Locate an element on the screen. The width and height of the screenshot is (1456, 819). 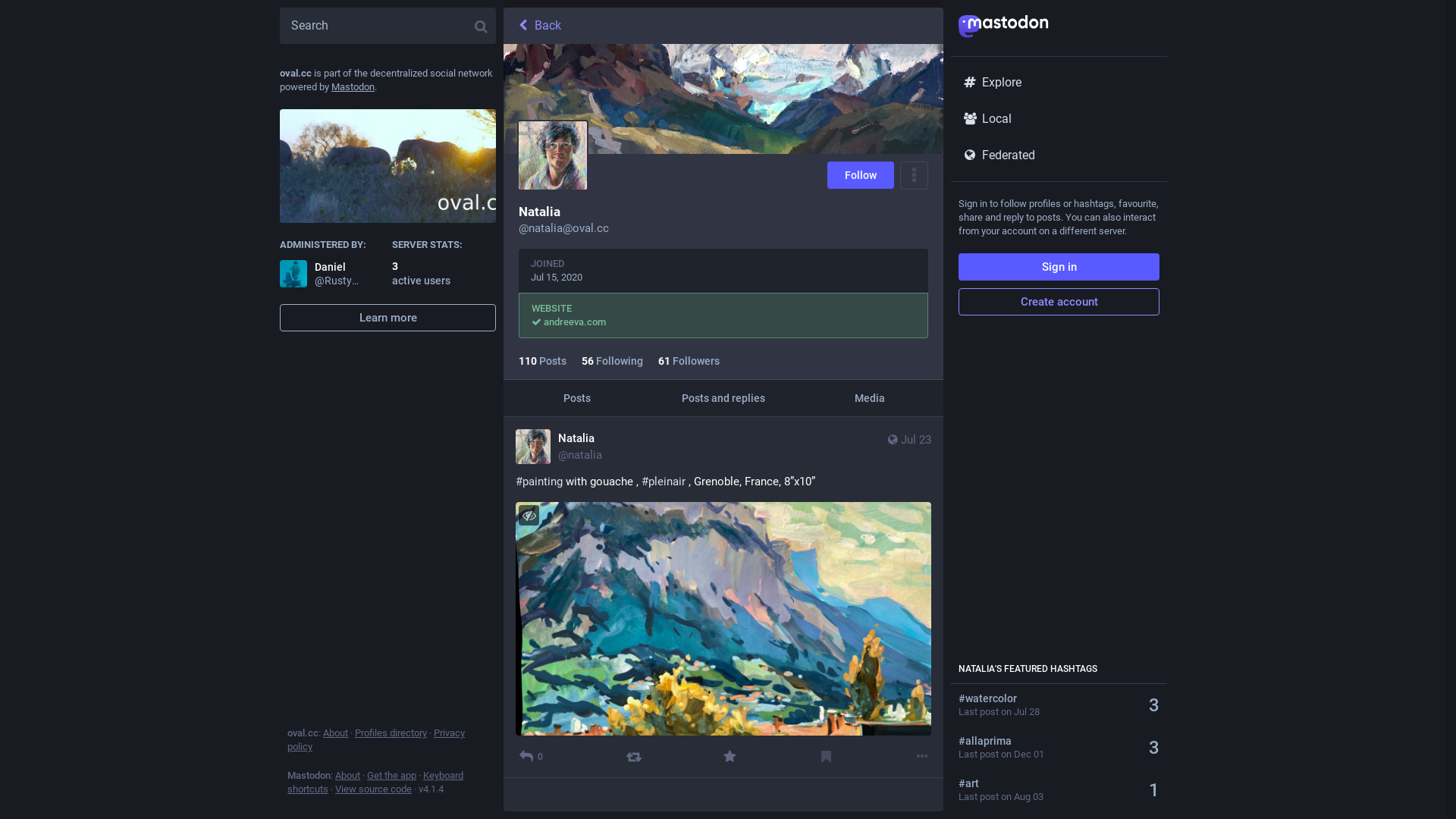
'Hide image' is located at coordinates (519, 514).